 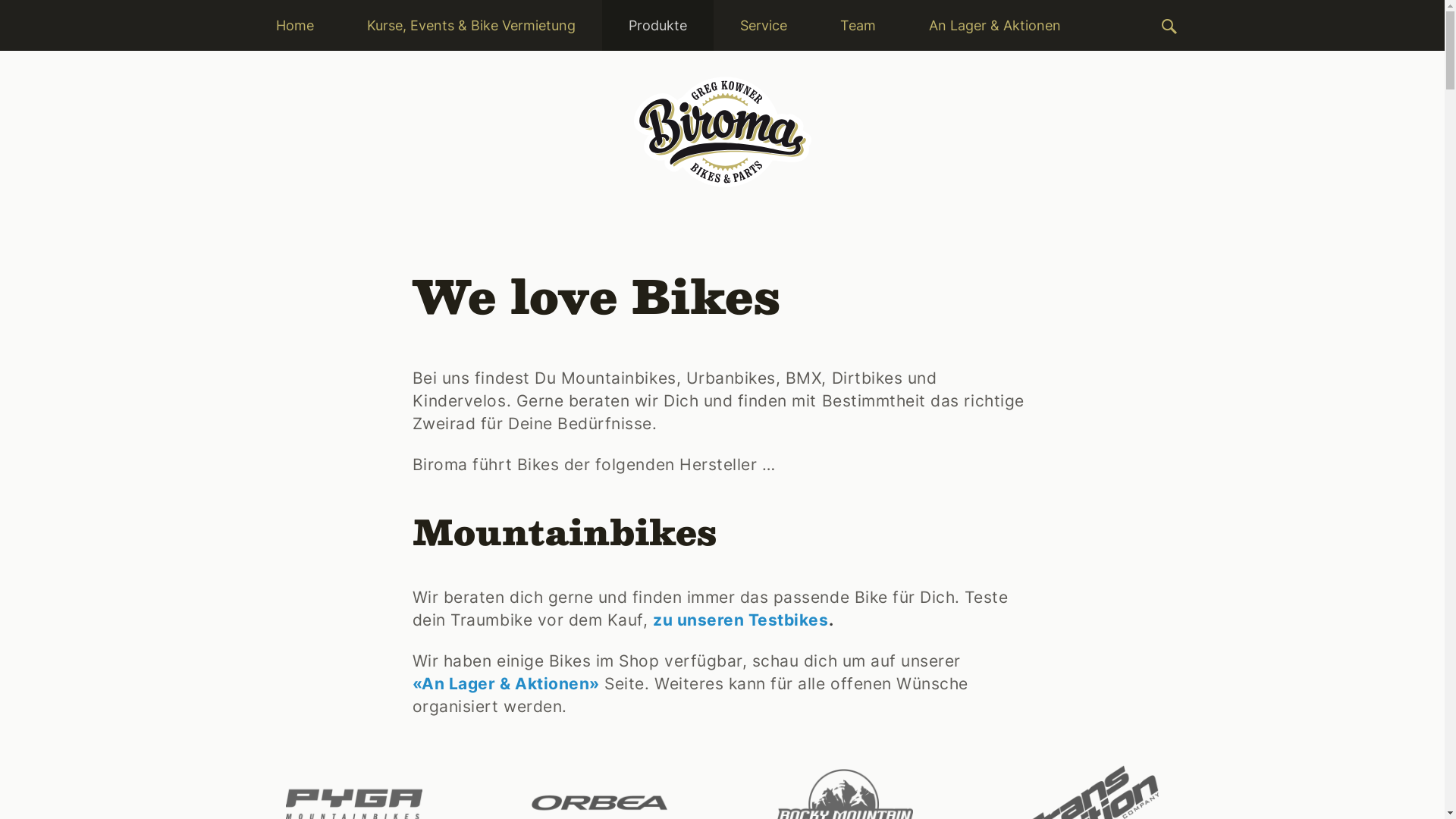 What do you see at coordinates (720, 130) in the screenshot?
I see `'Biroma Bikes & Parts'` at bounding box center [720, 130].